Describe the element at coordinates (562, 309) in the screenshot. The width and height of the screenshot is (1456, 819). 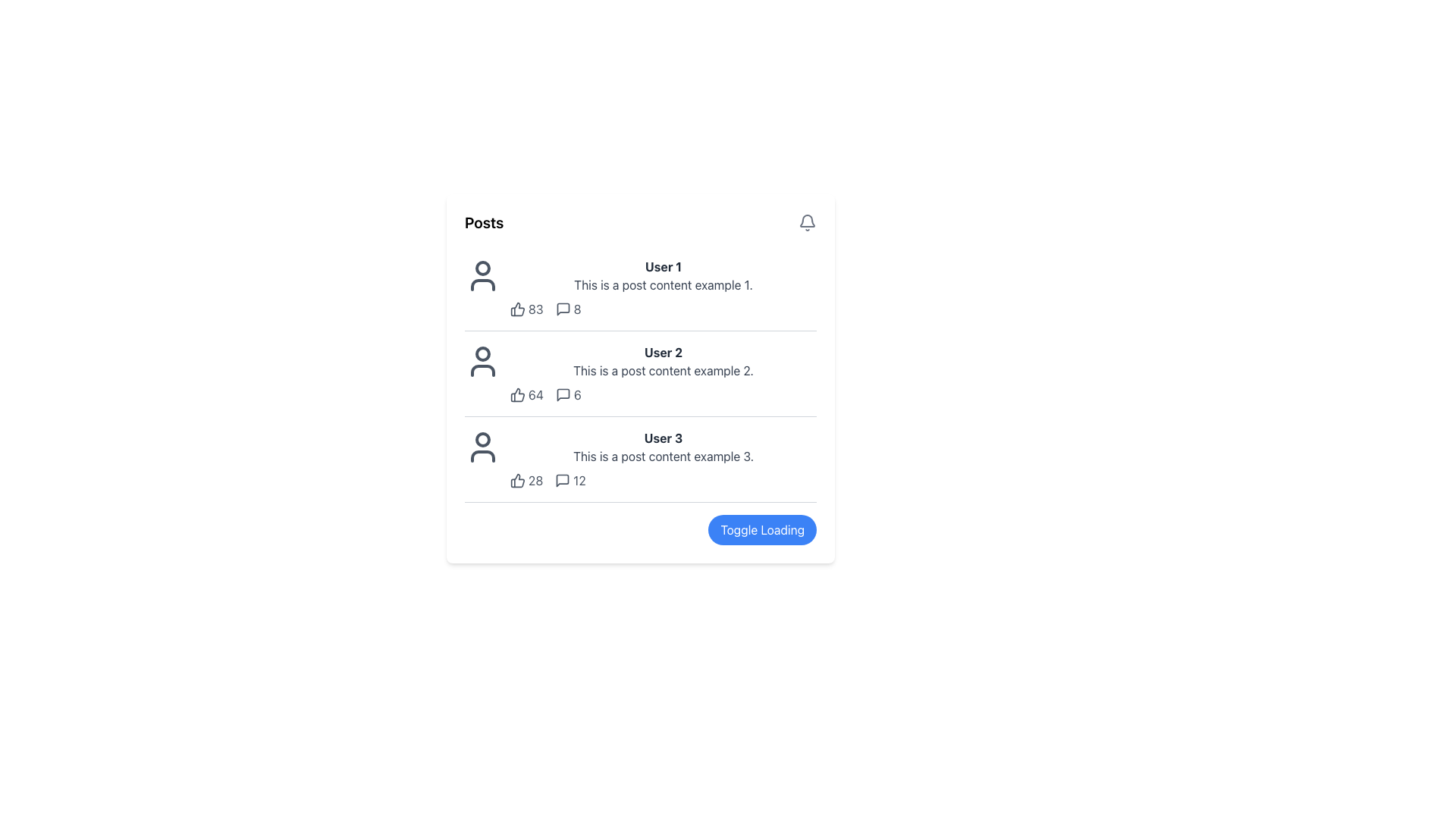
I see `the speech bubble icon that has a rounded square outline and is located beside the text '8' under the first user's post in the list` at that location.